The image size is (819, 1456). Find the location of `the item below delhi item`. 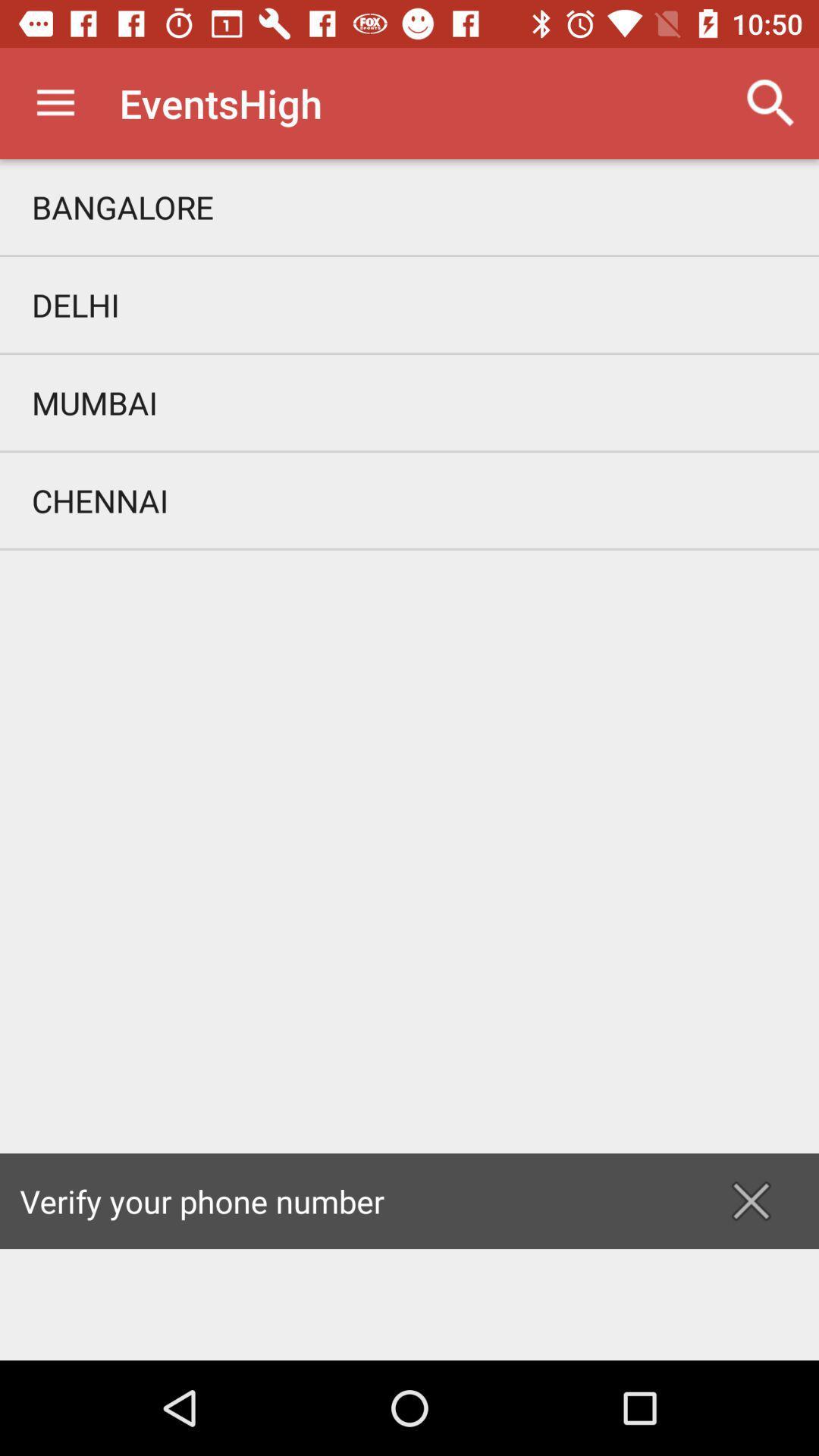

the item below delhi item is located at coordinates (409, 403).